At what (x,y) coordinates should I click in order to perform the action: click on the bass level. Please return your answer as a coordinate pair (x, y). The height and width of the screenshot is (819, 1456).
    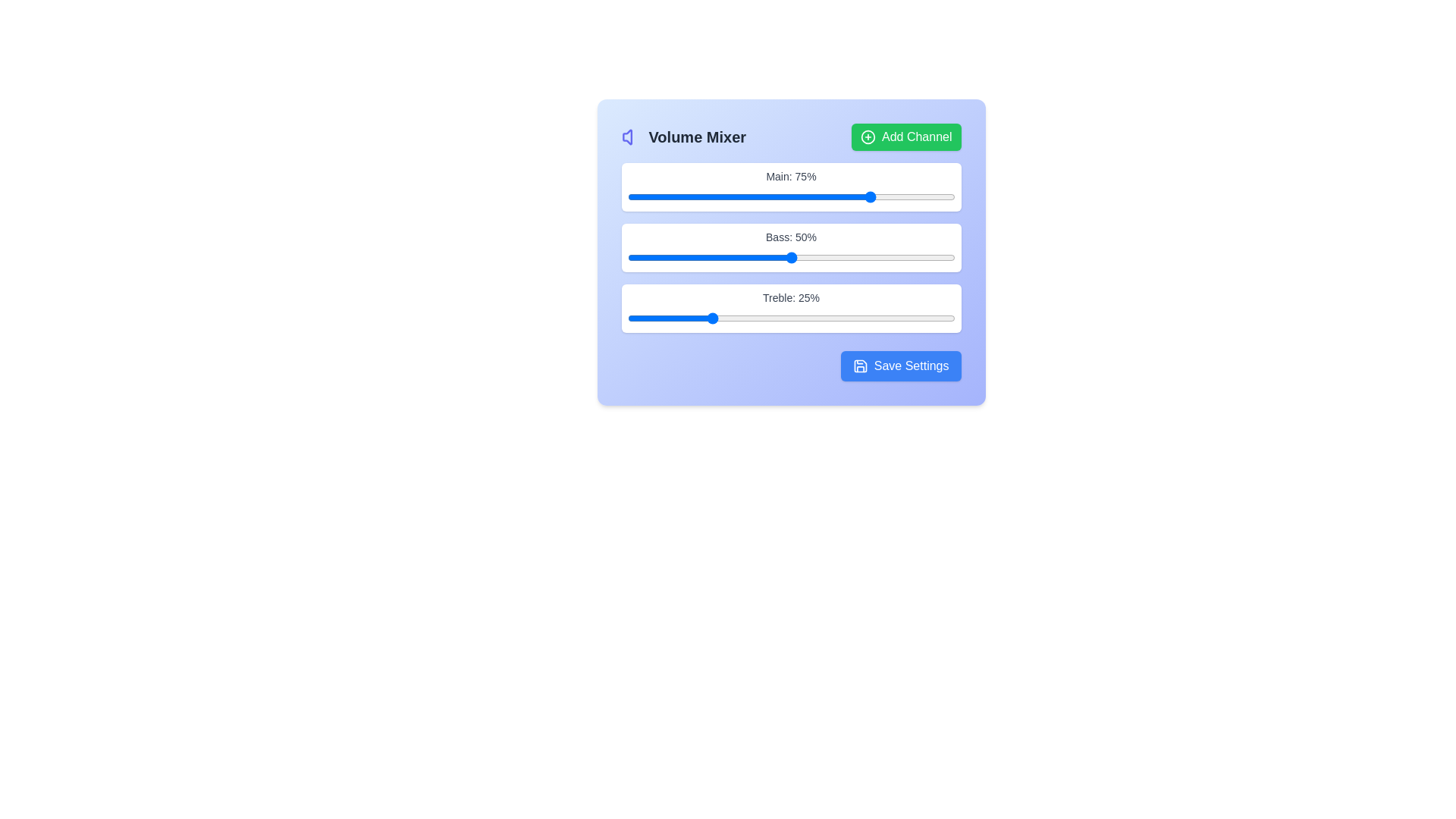
    Looking at the image, I should click on (676, 256).